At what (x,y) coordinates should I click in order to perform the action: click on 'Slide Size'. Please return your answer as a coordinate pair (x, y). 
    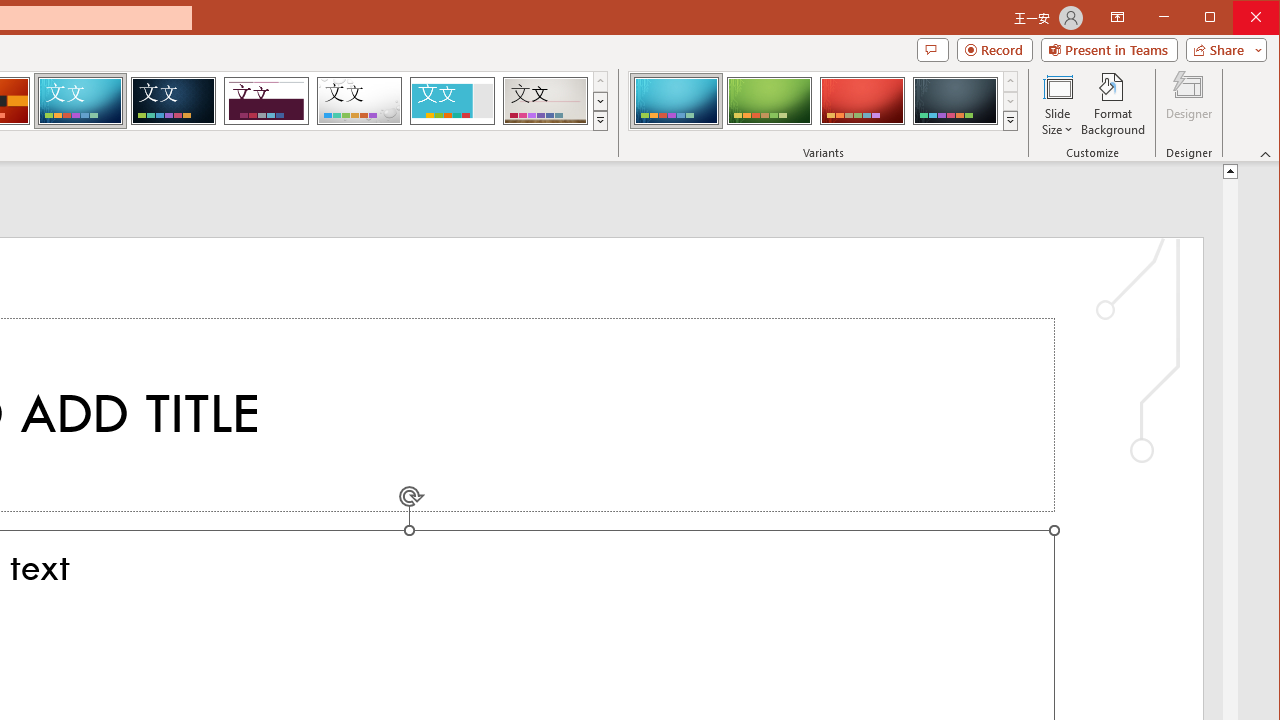
    Looking at the image, I should click on (1056, 104).